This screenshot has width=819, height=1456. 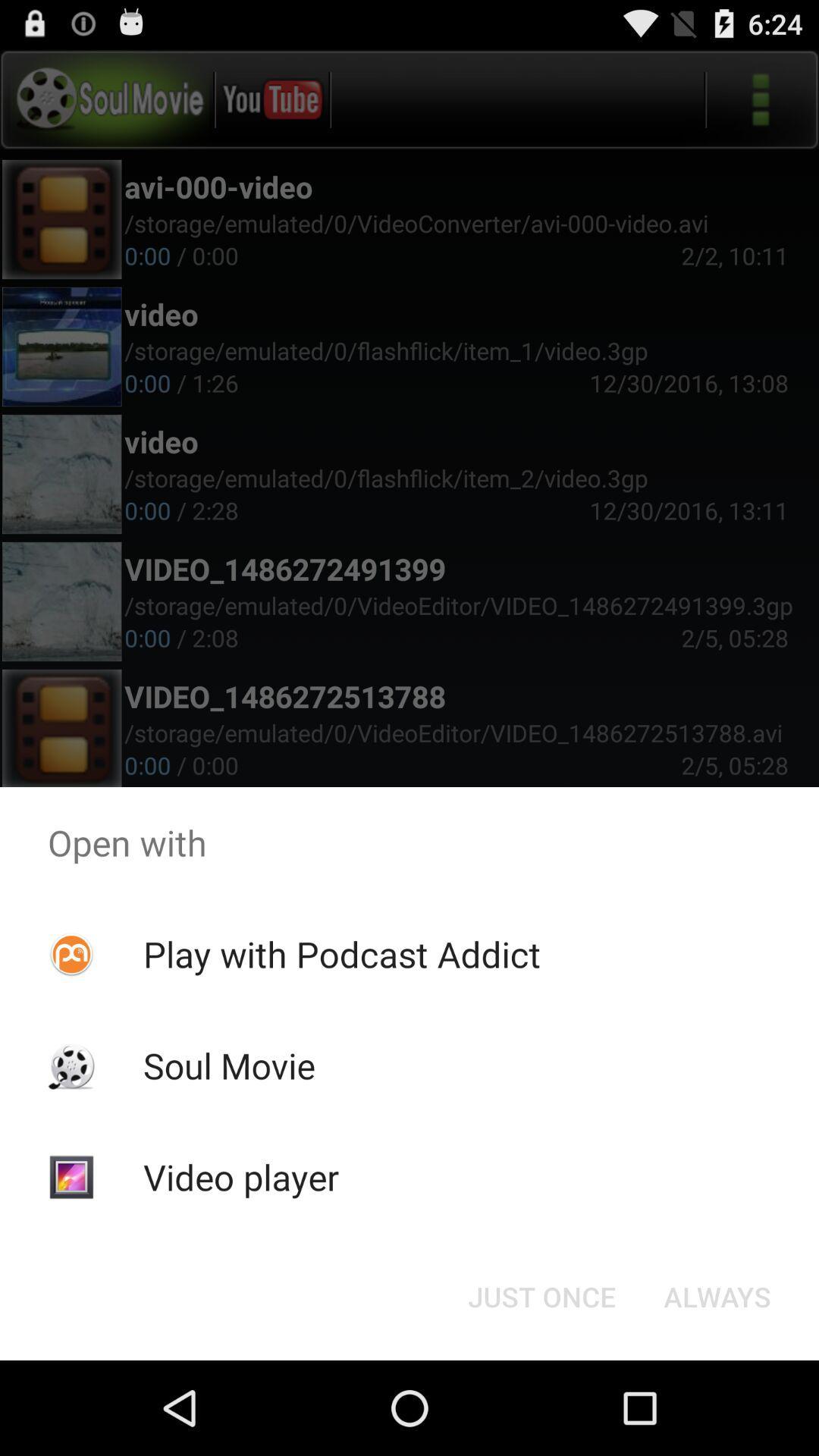 What do you see at coordinates (541, 1295) in the screenshot?
I see `just once item` at bounding box center [541, 1295].